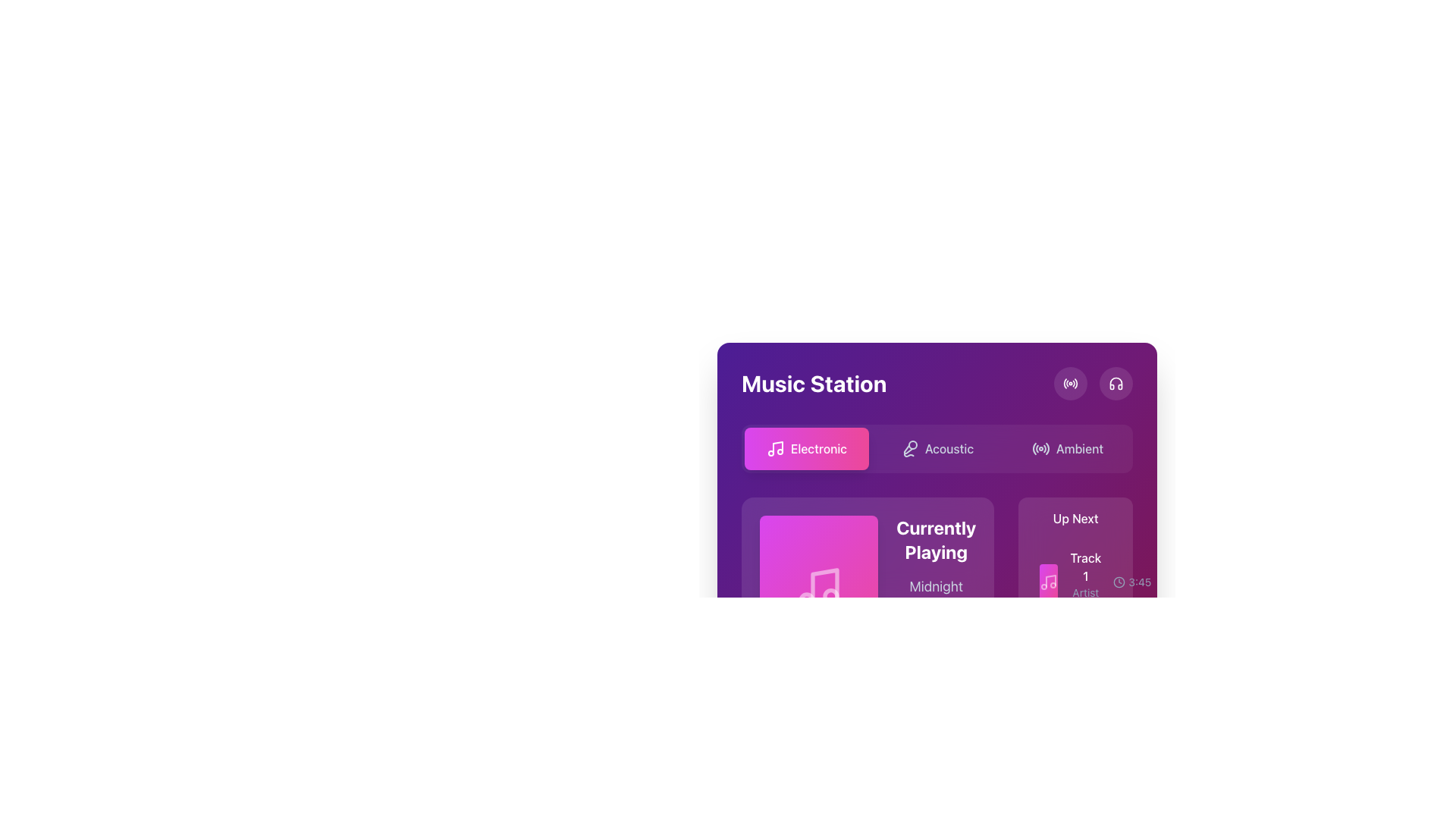 The height and width of the screenshot is (819, 1456). Describe the element at coordinates (1048, 581) in the screenshot. I see `the rounded square icon with a gradient color scheme from fuchsia to pink, featuring a white music note symbol, located on the left side of the list item for 'Track 1' by 'Artist 1'` at that location.